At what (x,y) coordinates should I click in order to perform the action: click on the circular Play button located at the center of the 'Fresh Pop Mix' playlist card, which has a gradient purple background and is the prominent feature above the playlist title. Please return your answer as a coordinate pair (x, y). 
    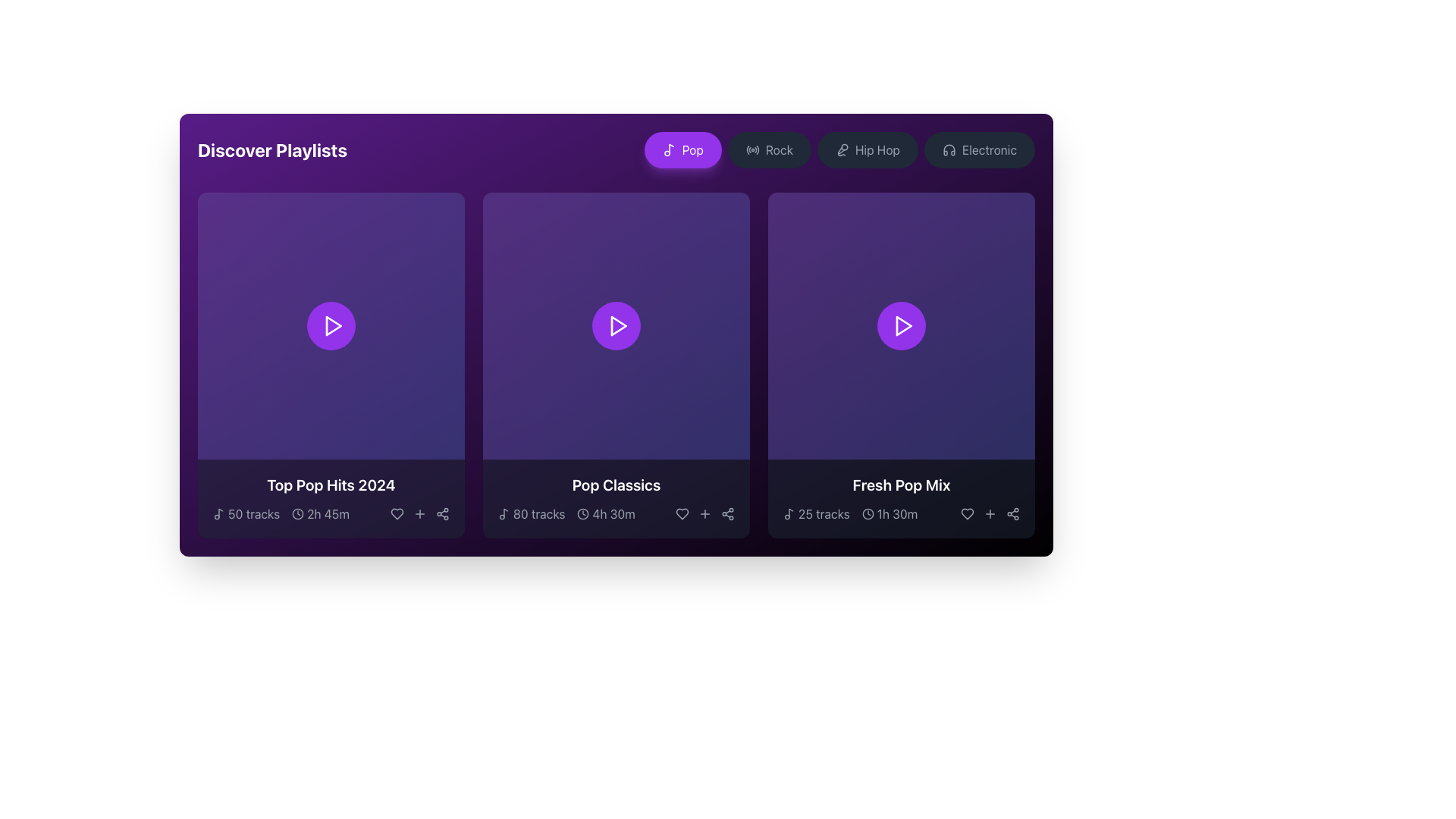
    Looking at the image, I should click on (902, 325).